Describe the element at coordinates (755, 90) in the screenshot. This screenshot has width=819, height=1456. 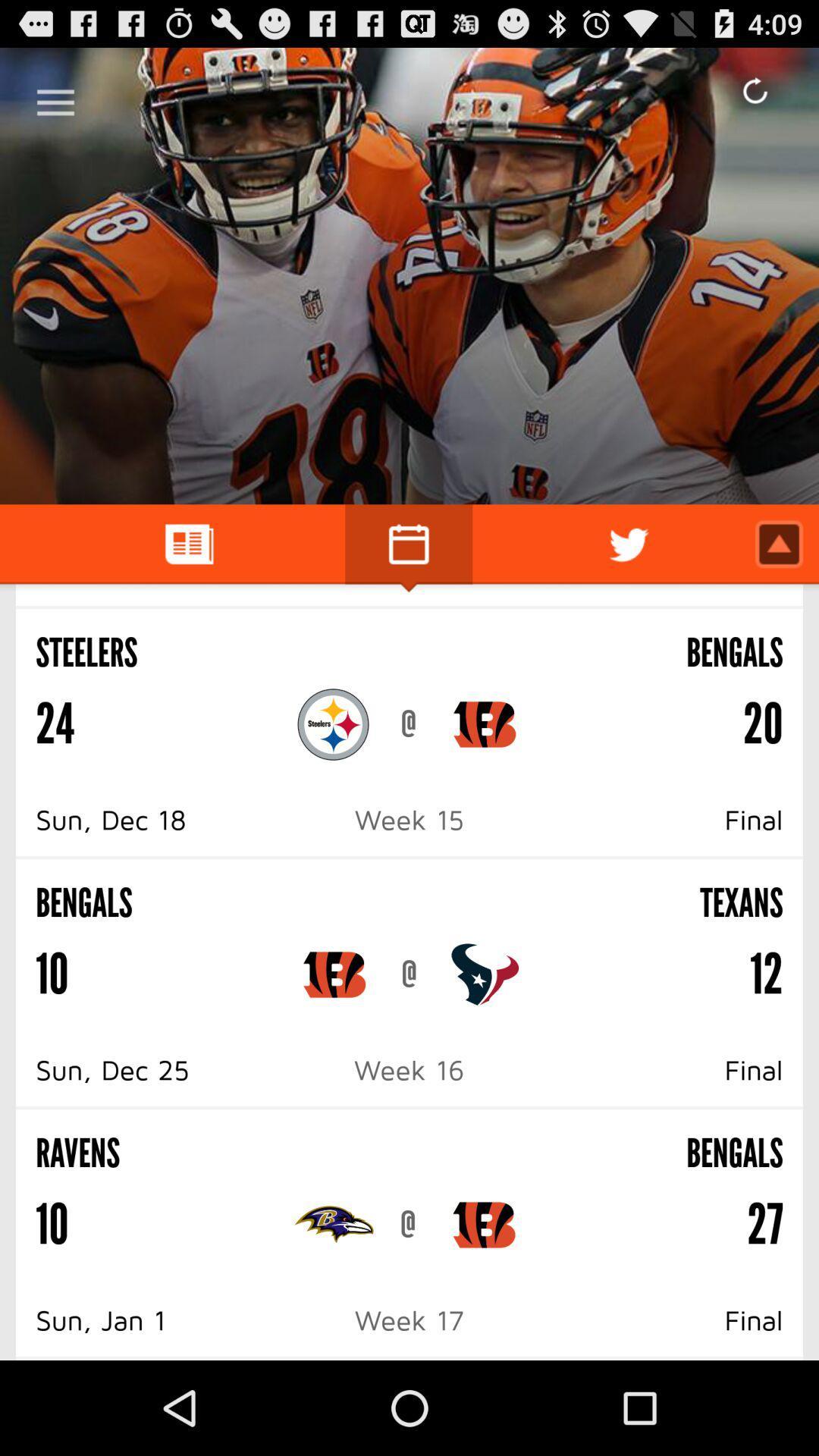
I see `the button which is on the top right side of the page` at that location.